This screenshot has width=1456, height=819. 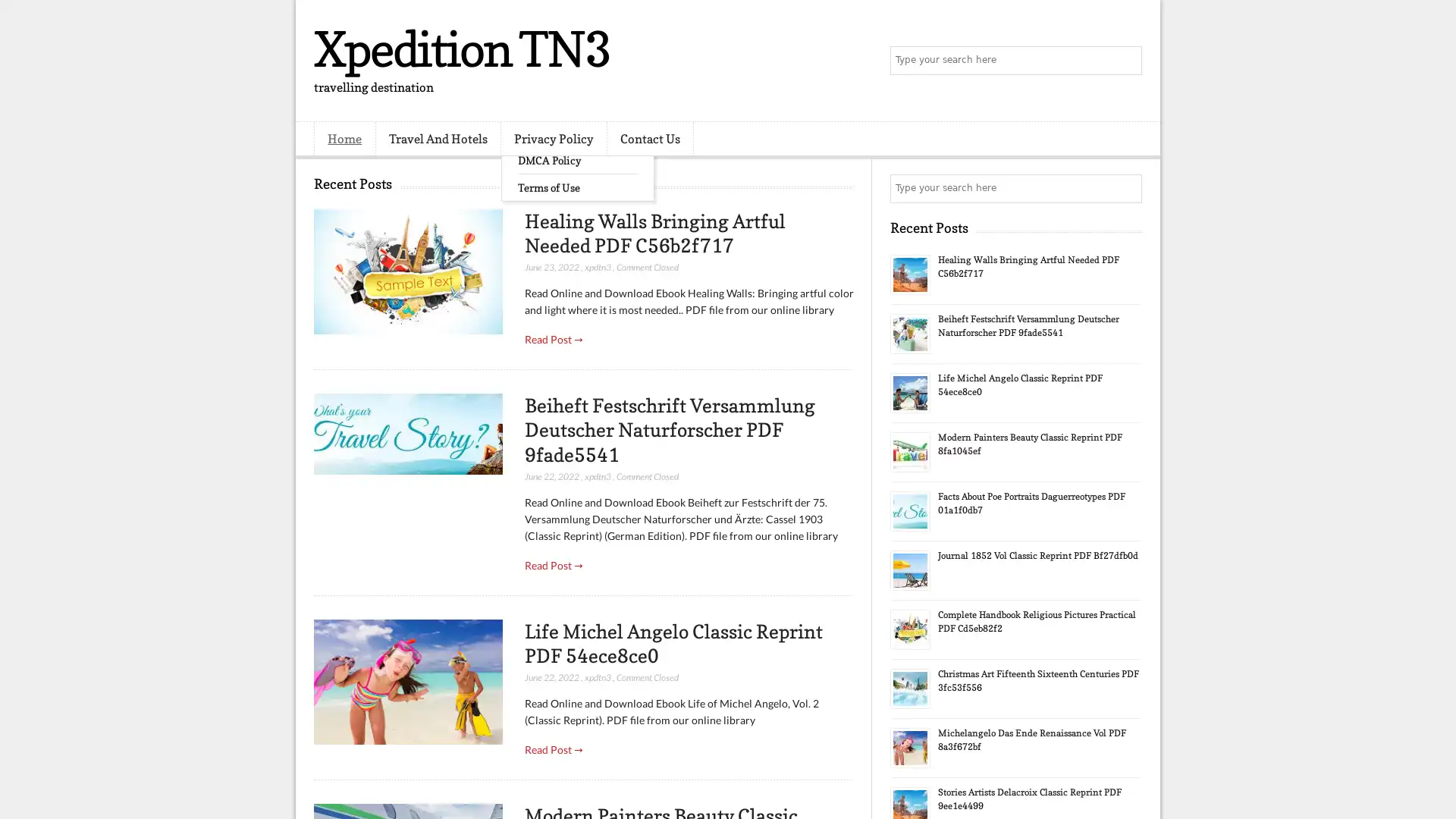 What do you see at coordinates (1126, 188) in the screenshot?
I see `Search` at bounding box center [1126, 188].